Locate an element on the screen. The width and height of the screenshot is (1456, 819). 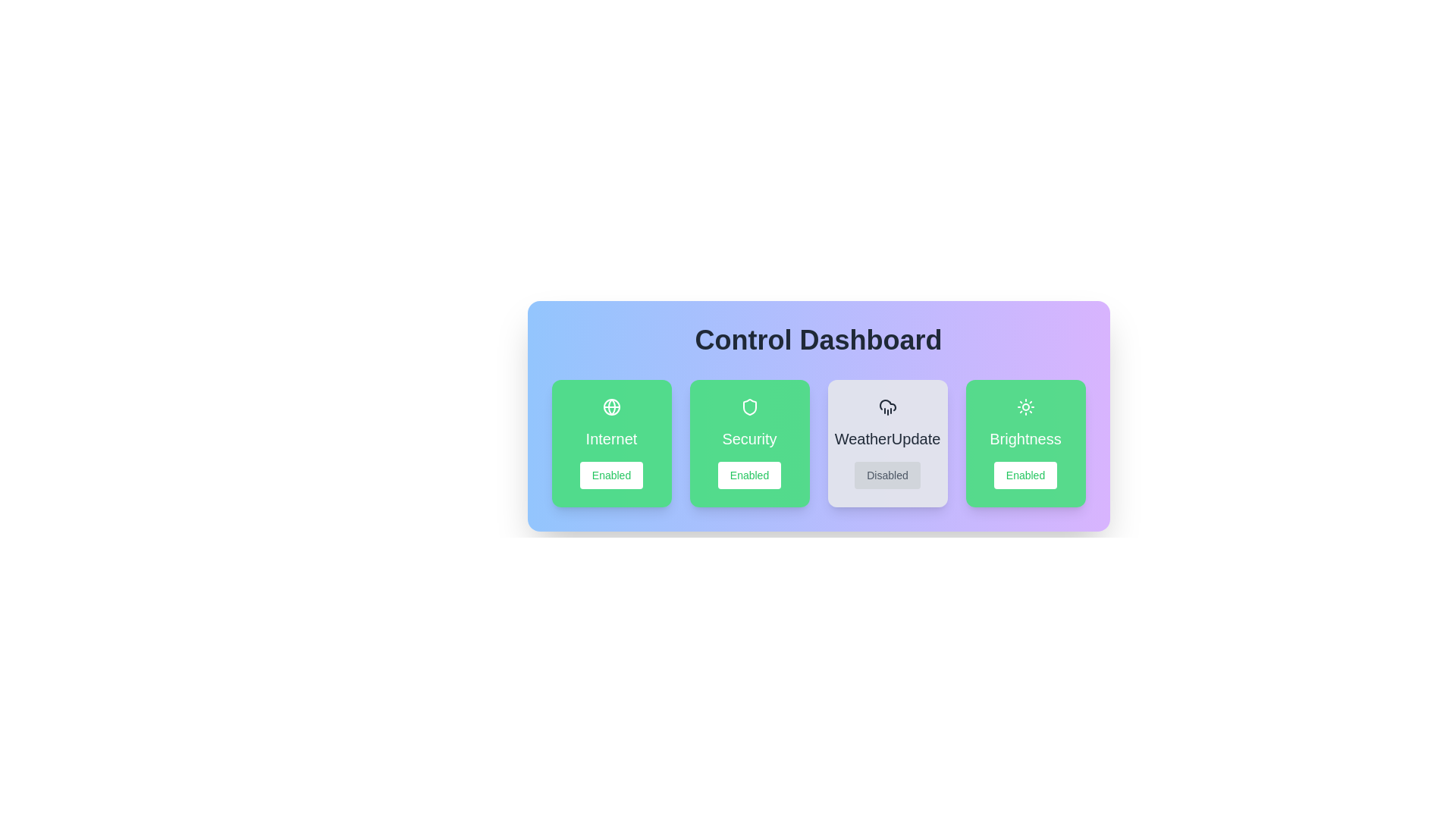
button to toggle the state of the feature WeatherUpdate is located at coordinates (887, 475).